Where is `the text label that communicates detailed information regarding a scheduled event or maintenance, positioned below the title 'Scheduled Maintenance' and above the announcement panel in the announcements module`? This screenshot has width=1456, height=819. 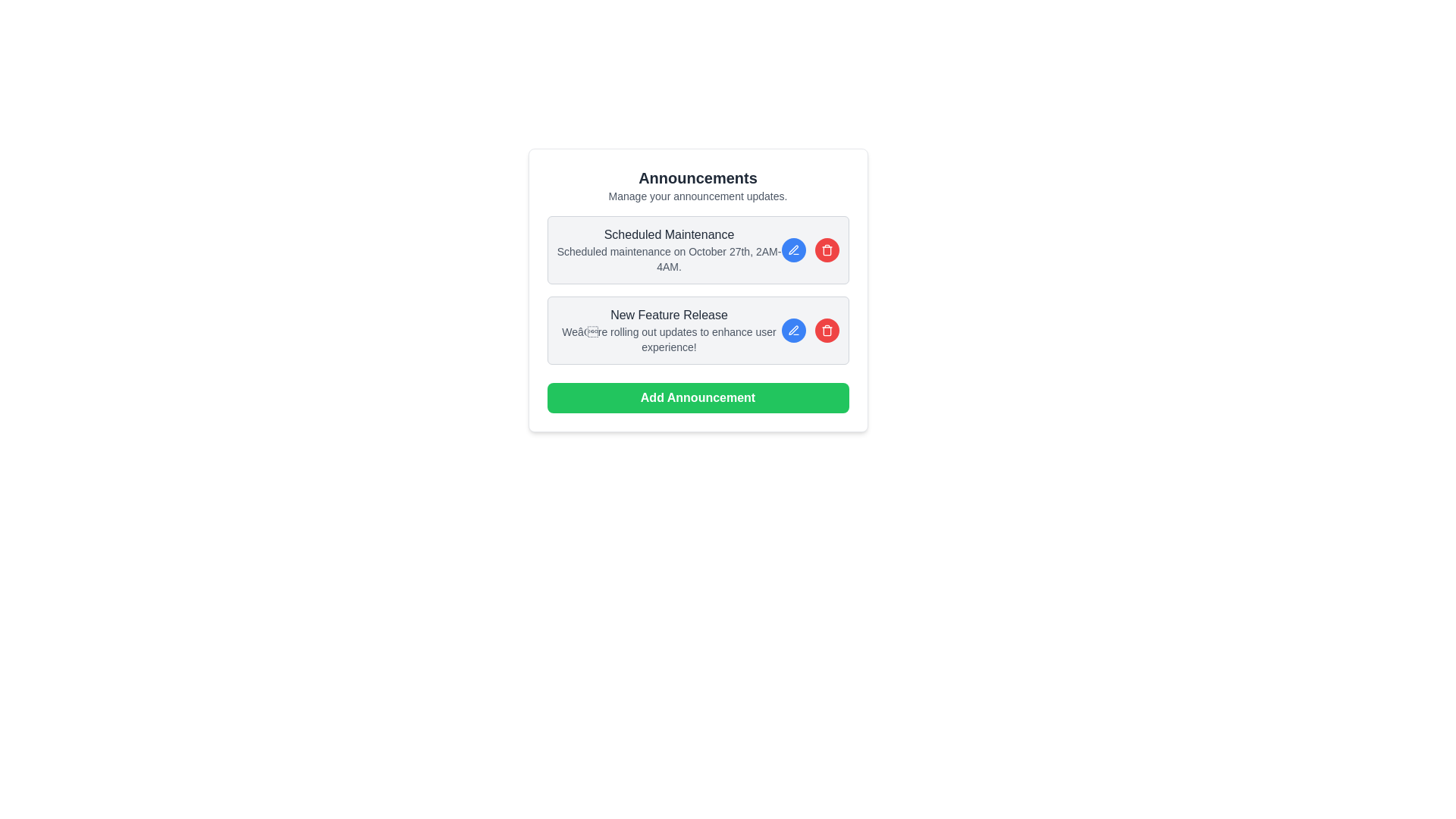
the text label that communicates detailed information regarding a scheduled event or maintenance, positioned below the title 'Scheduled Maintenance' and above the announcement panel in the announcements module is located at coordinates (668, 259).